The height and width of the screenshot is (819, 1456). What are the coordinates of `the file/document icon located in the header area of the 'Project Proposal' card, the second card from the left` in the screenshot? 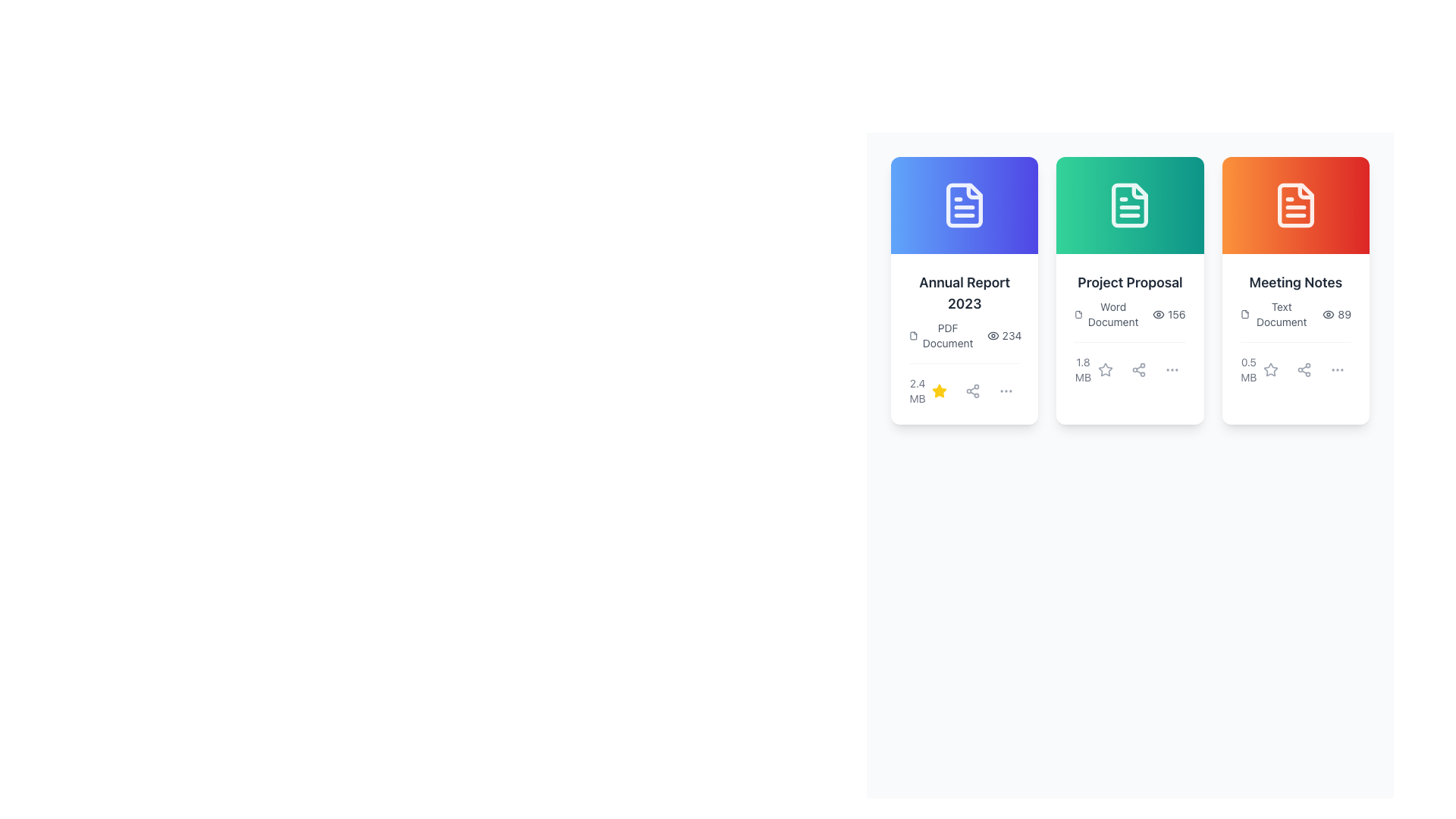 It's located at (1078, 314).